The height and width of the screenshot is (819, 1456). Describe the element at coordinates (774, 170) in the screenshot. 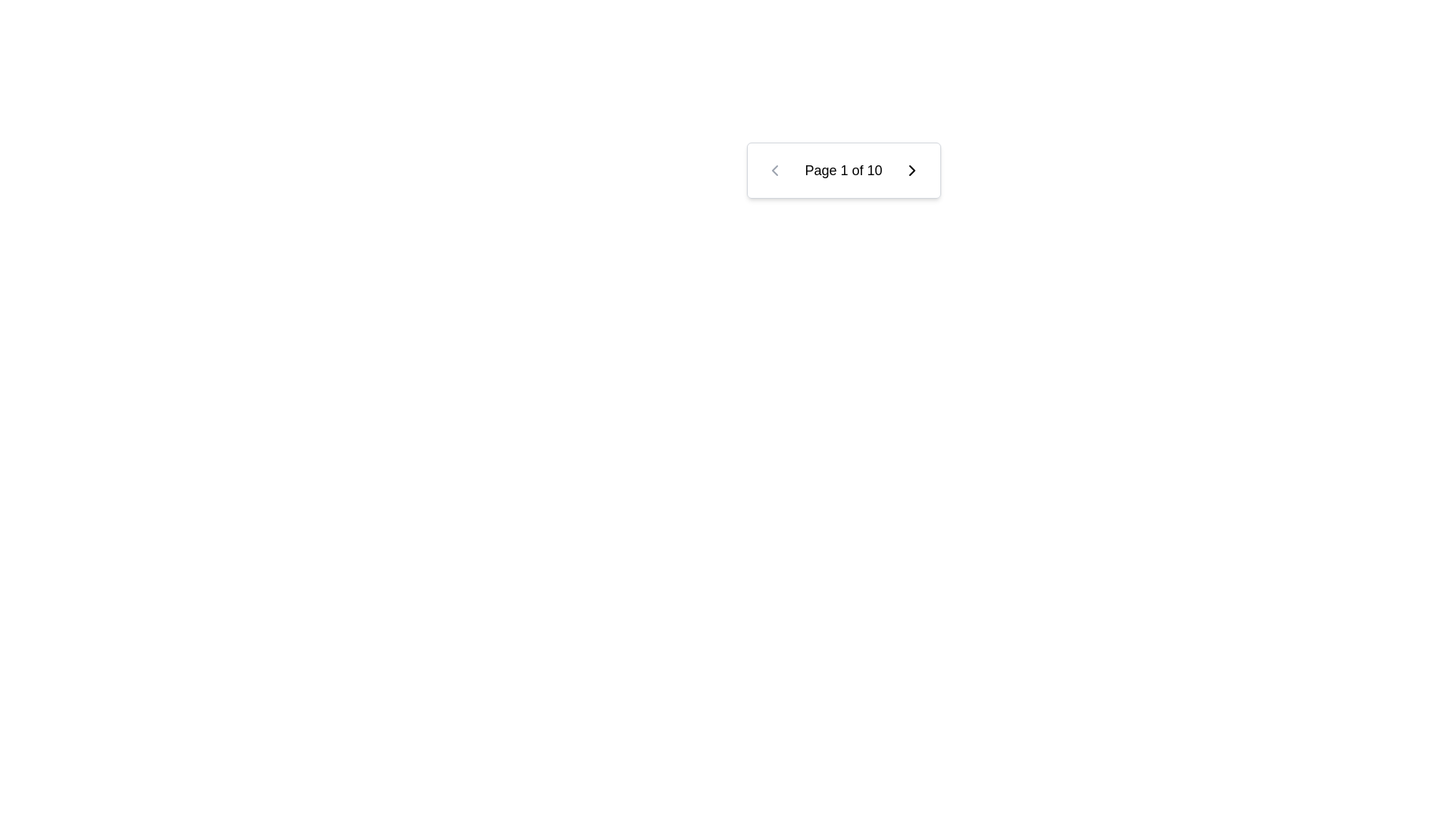

I see `the backward navigation icon located to the left of 'Page 1 of 10'` at that location.